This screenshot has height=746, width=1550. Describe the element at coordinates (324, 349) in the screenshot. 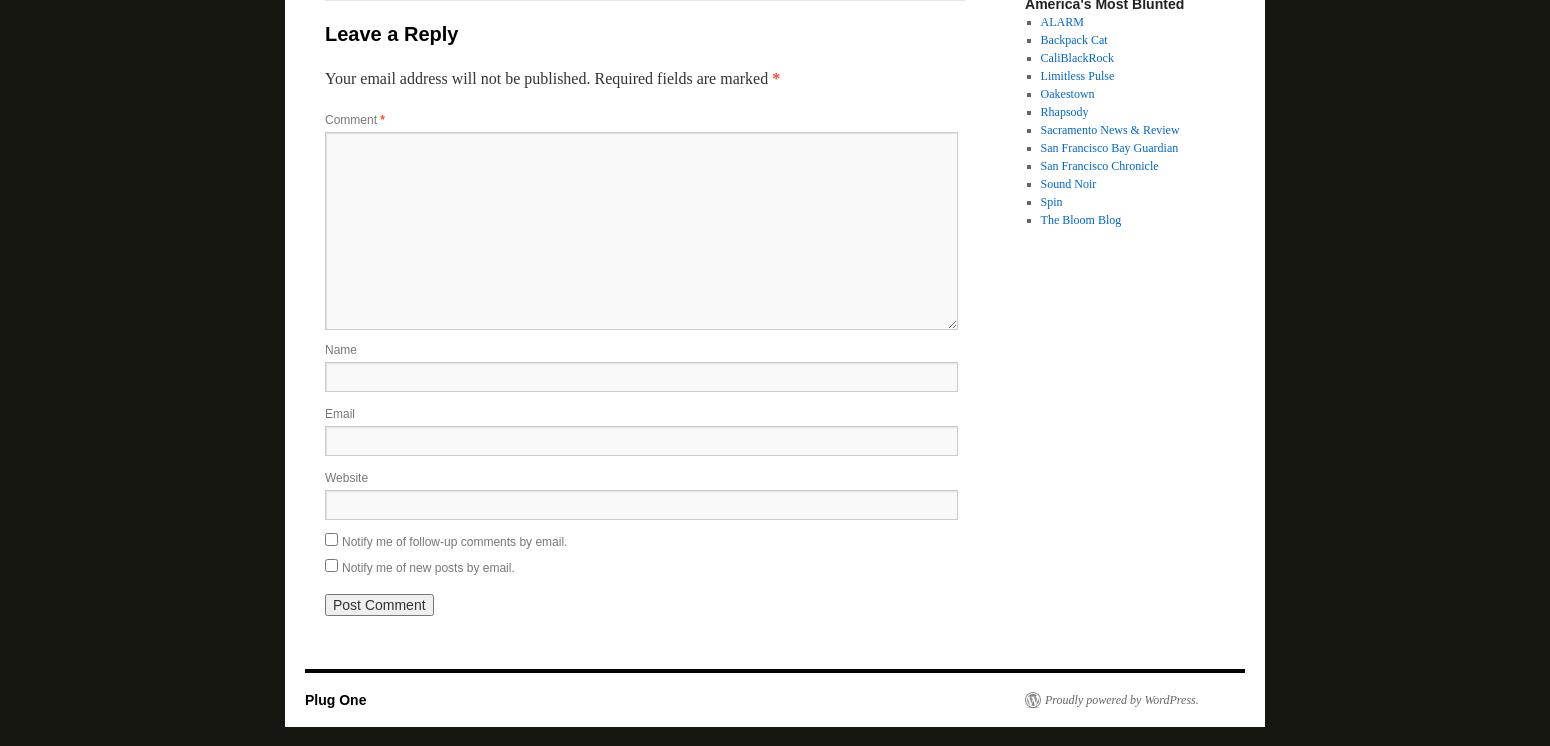

I see `'Name'` at that location.